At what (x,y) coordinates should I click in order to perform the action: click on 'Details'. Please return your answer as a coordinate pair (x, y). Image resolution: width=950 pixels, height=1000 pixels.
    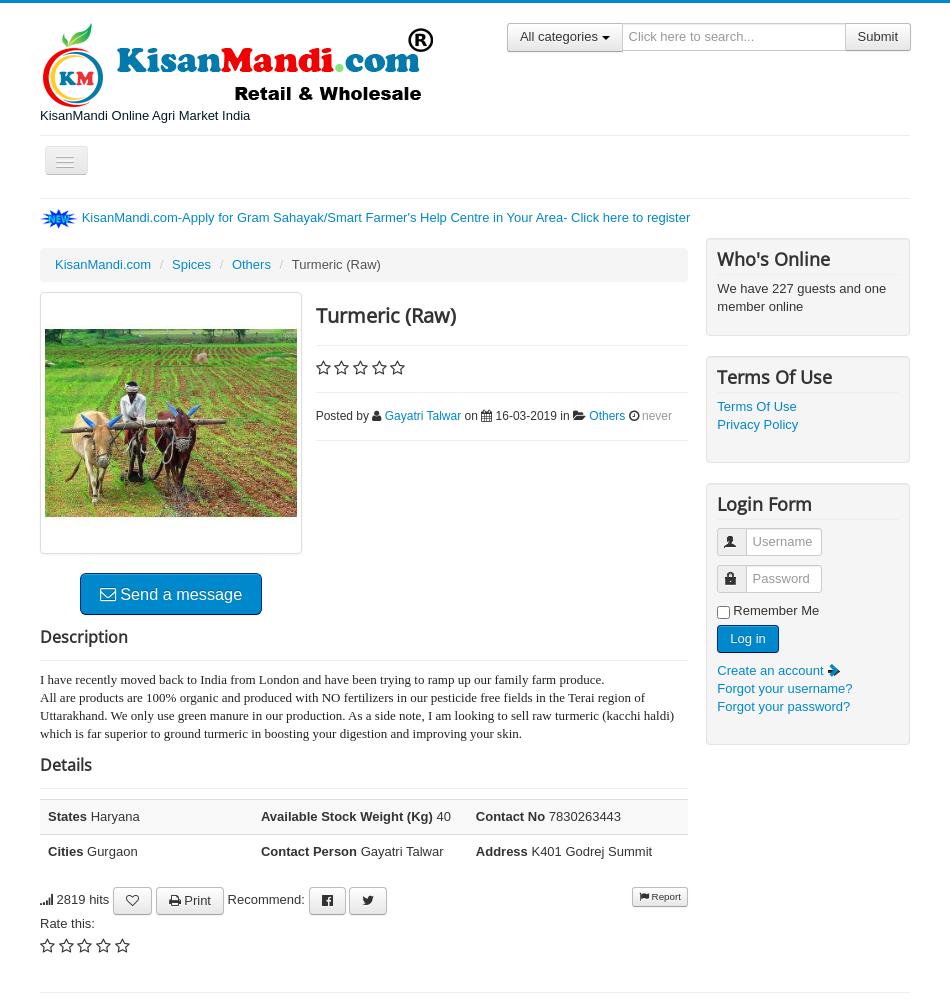
    Looking at the image, I should click on (39, 764).